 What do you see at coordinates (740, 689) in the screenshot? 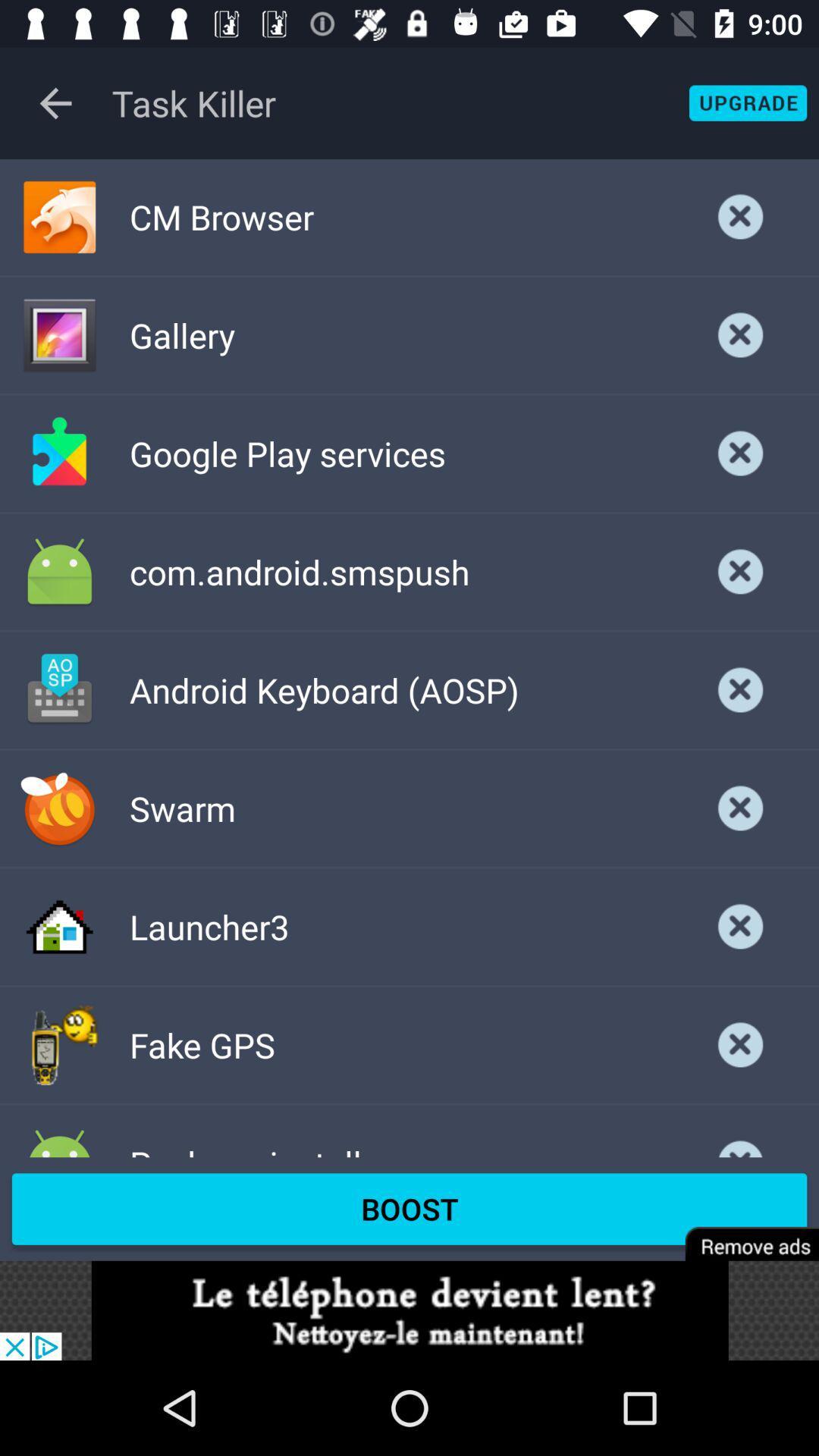
I see `task` at bounding box center [740, 689].